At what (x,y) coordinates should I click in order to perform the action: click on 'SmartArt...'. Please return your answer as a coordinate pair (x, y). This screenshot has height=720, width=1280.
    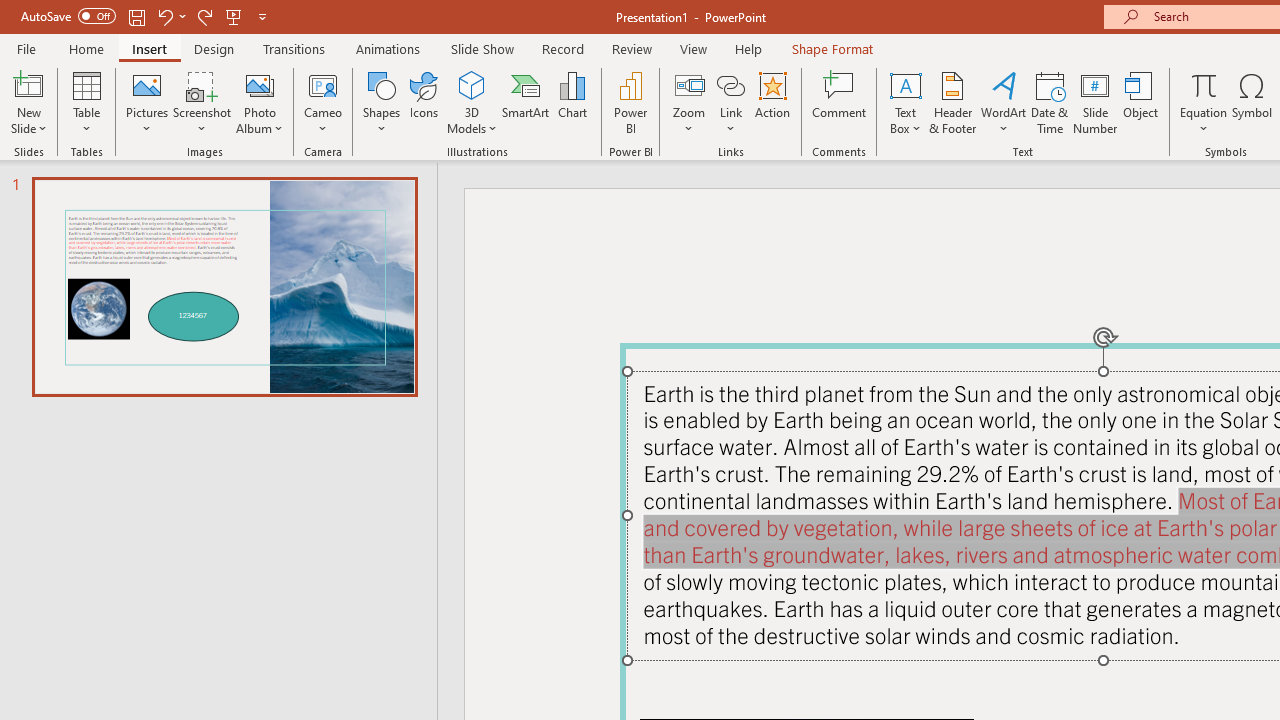
    Looking at the image, I should click on (526, 103).